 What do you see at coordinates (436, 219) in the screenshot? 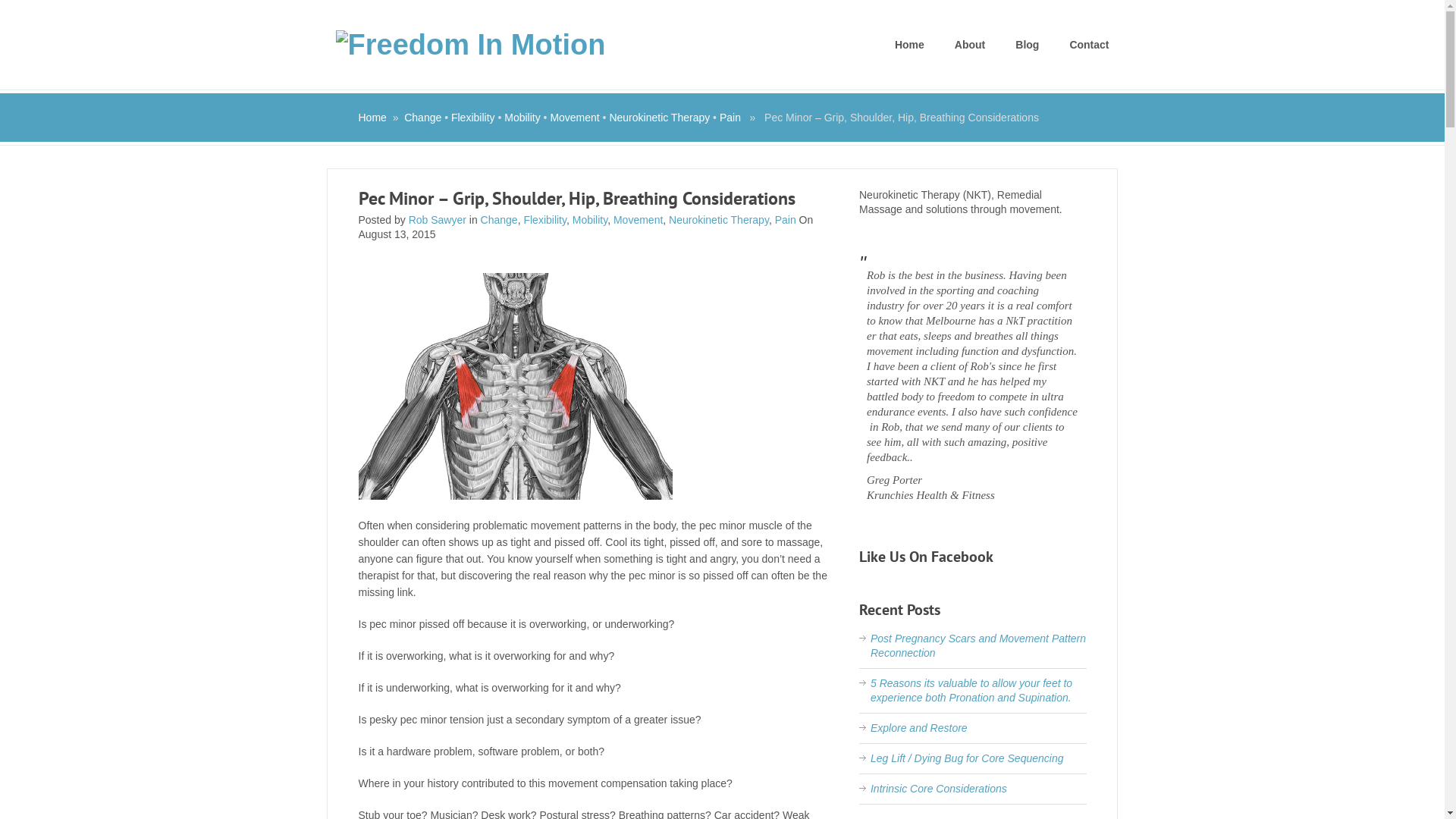
I see `'Rob Sawyer'` at bounding box center [436, 219].